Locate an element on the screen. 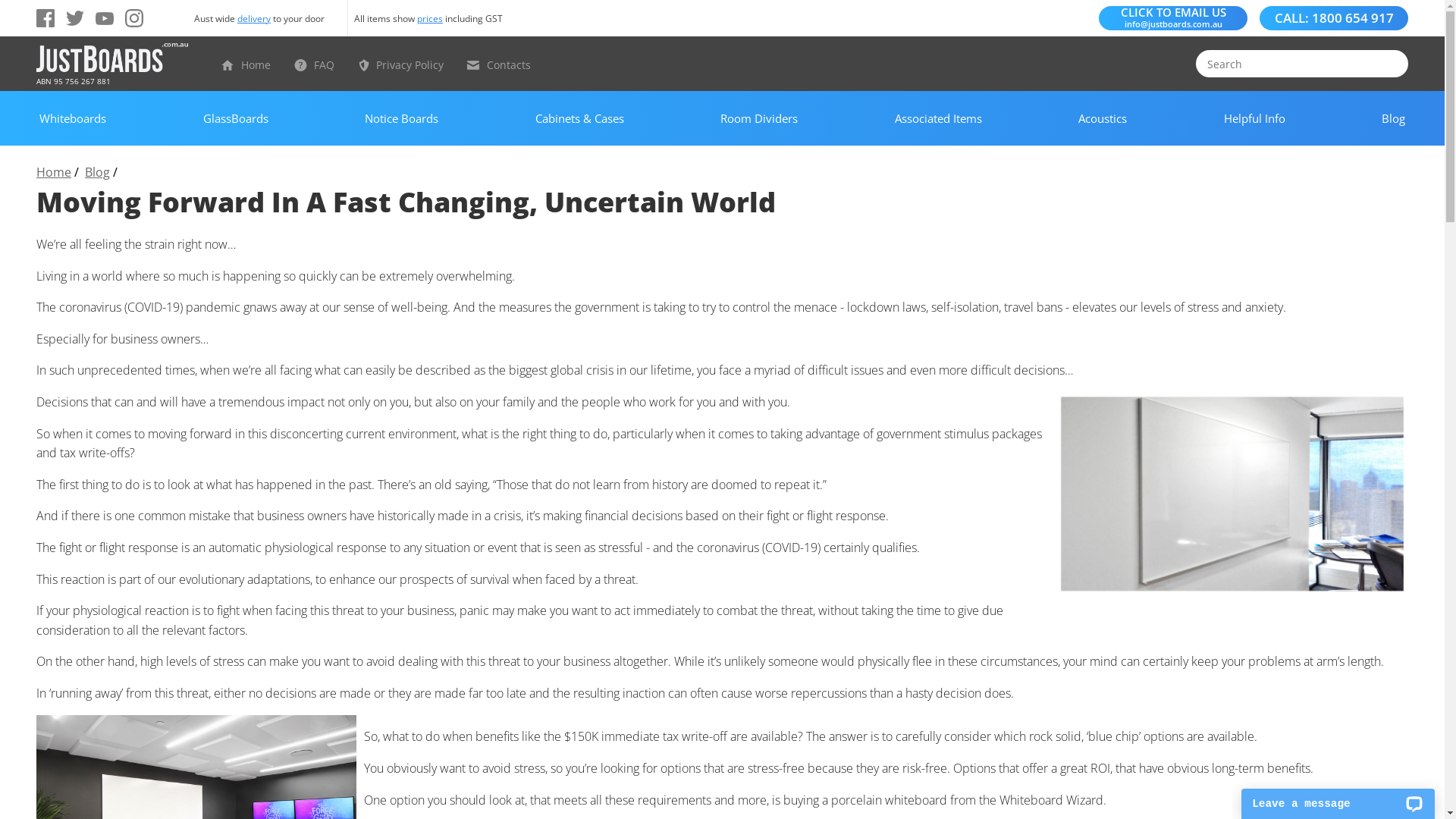 This screenshot has height=819, width=1456. 'Contacts' is located at coordinates (509, 64).